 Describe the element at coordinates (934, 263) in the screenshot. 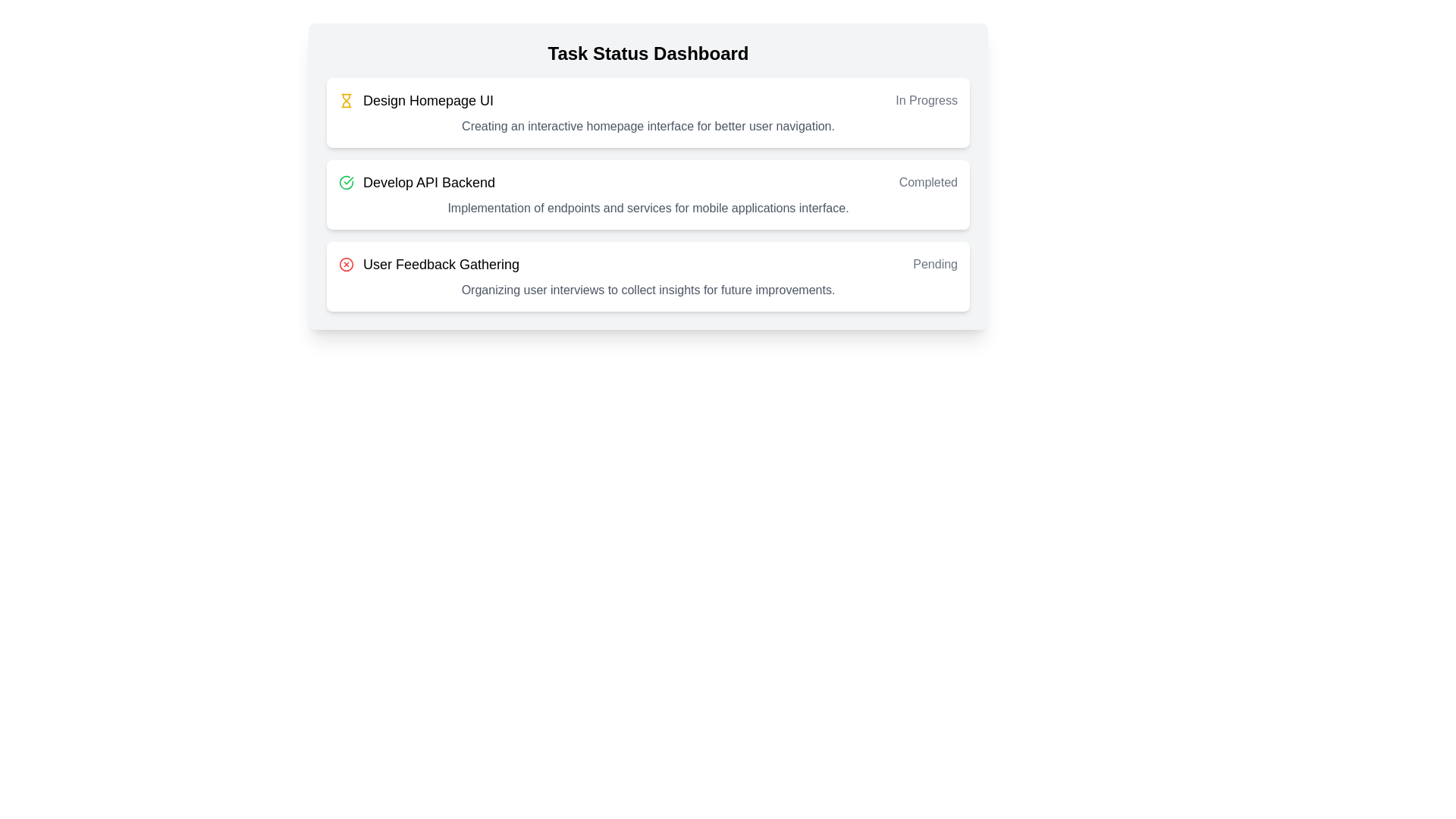

I see `the text label displaying 'Pending' in gray font located in the top right corner of the 'User Feedback Gathering' section` at that location.